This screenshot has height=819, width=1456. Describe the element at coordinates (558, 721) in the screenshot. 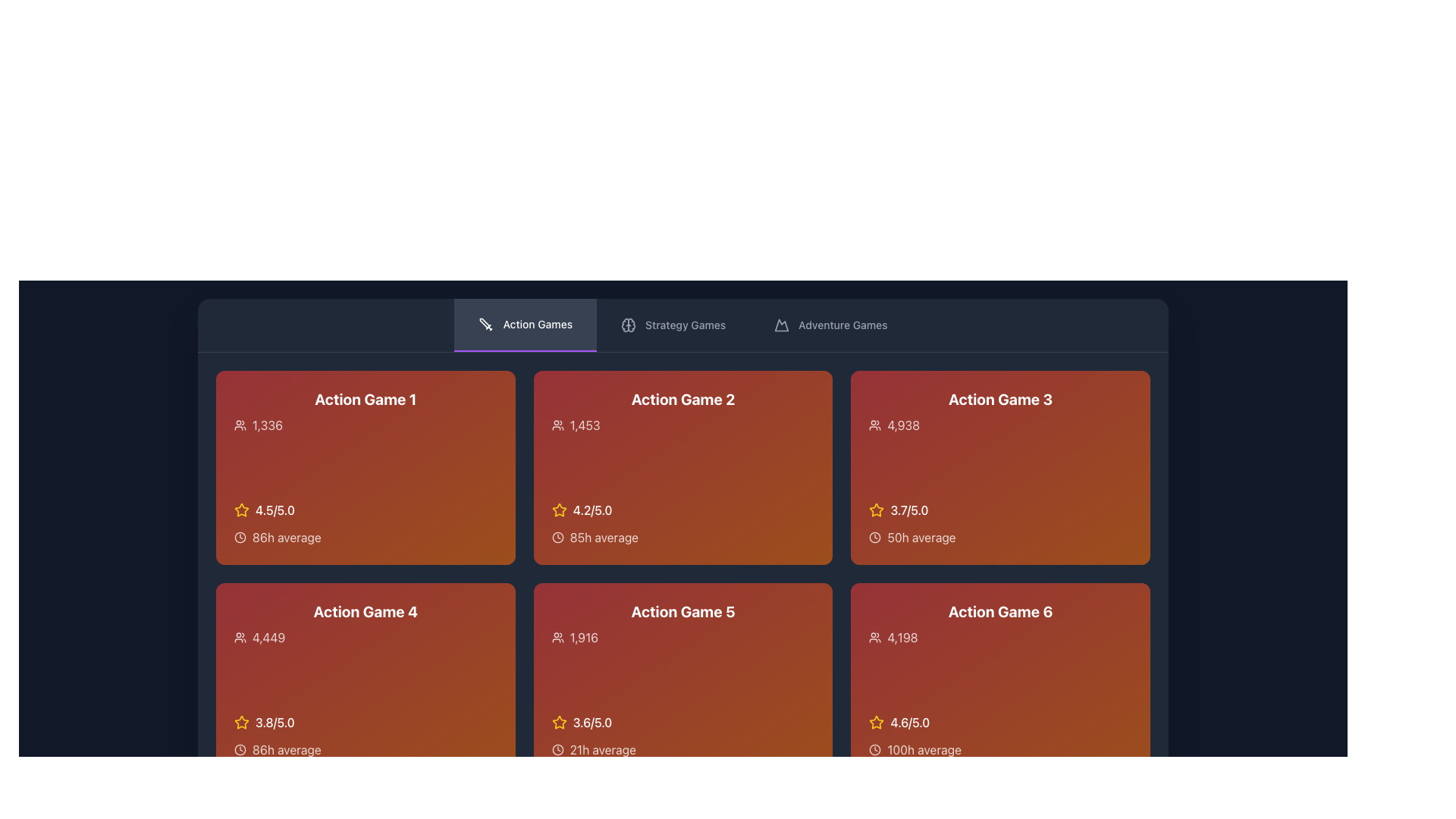

I see `the yellow star icon in the rating section of the 'Action Game 5' game card, which is located on a red-orange background next to the rating value '3.6/5.0'` at that location.